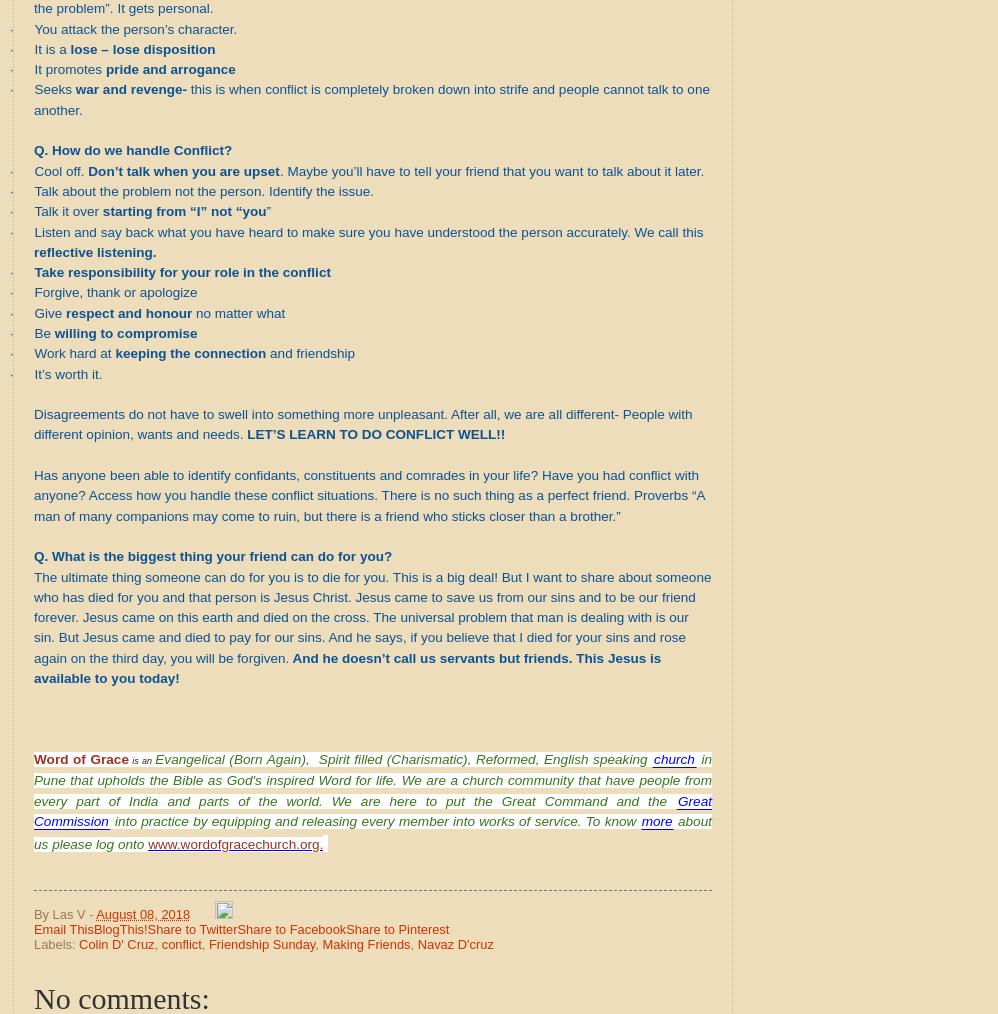 The height and width of the screenshot is (1014, 998). Describe the element at coordinates (133, 150) in the screenshot. I see `'Q. How do we handle Conflict?'` at that location.